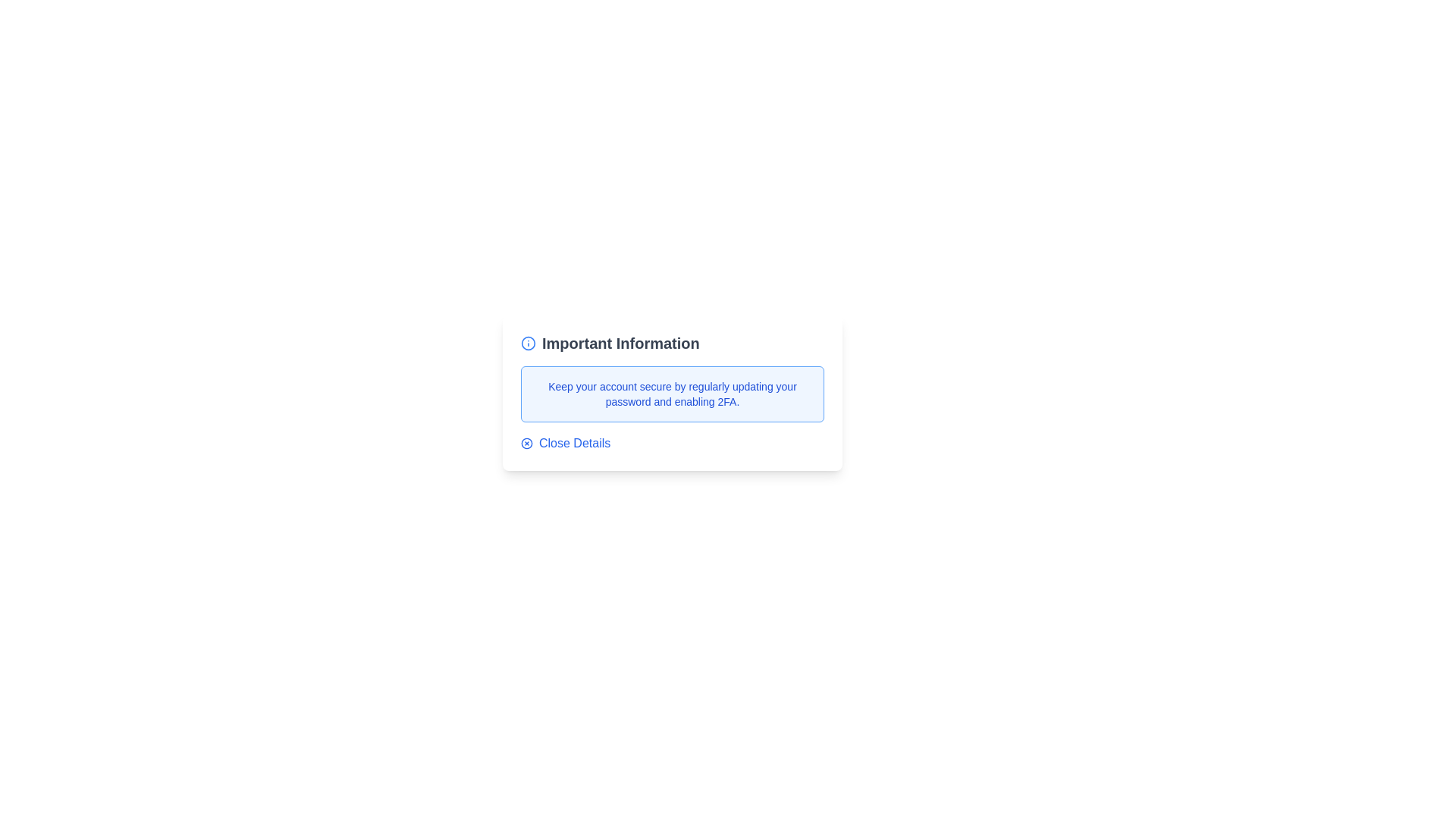  What do you see at coordinates (528, 343) in the screenshot?
I see `the 'Info' icon to trigger its action` at bounding box center [528, 343].